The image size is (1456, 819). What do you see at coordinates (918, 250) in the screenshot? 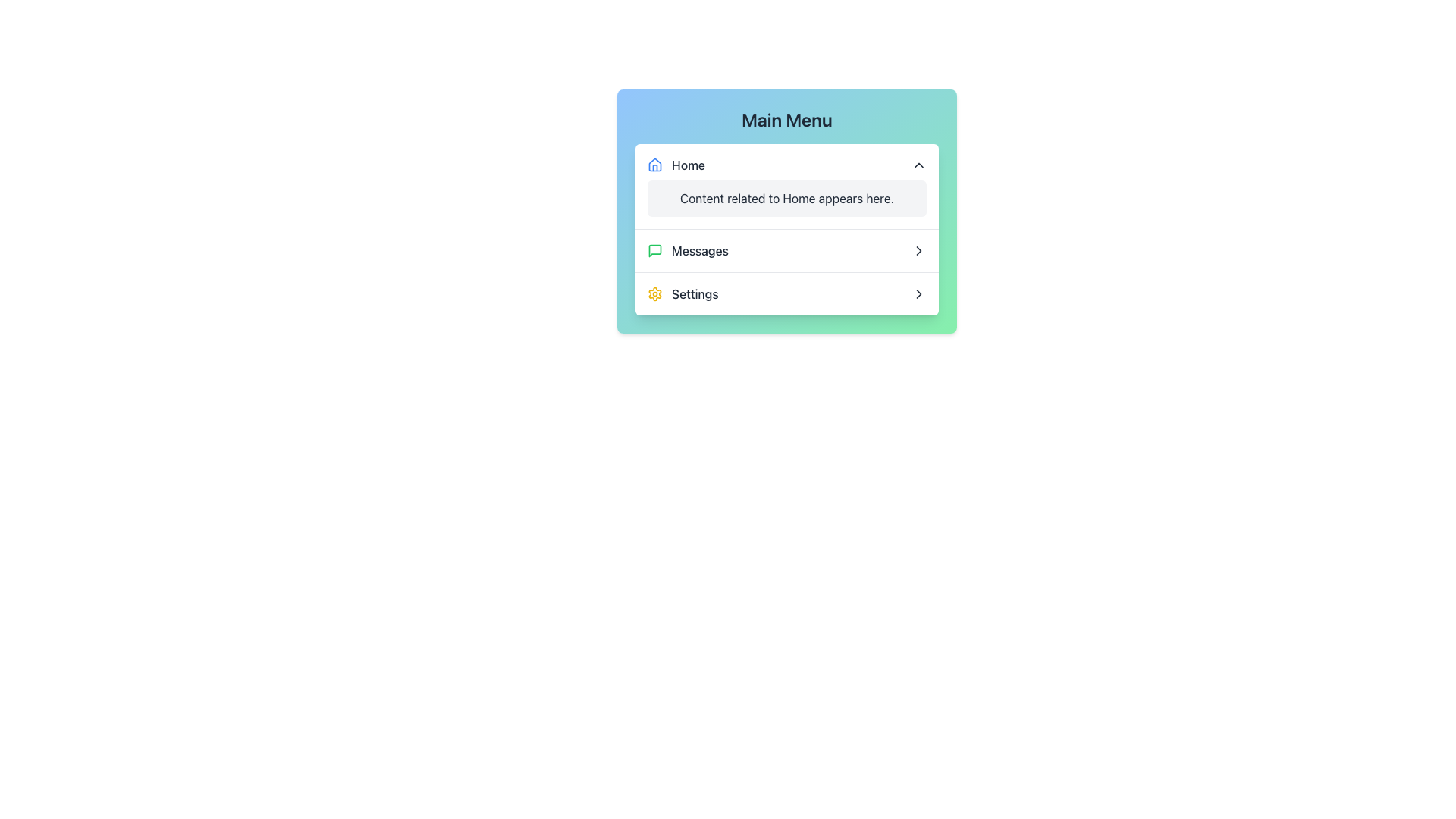
I see `the rightward indicator icon located on the far right side of the 'Messages' row` at bounding box center [918, 250].